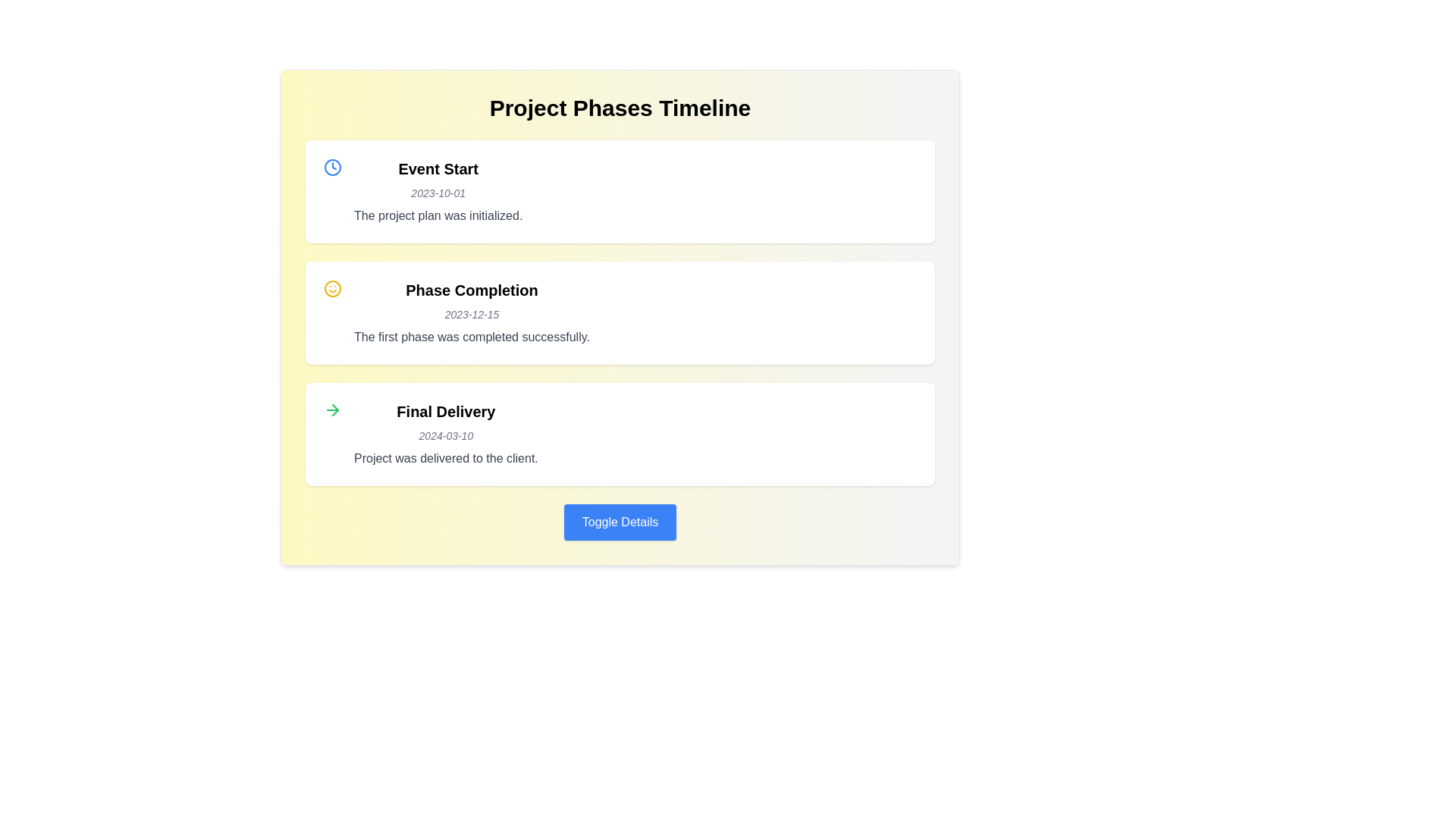  I want to click on textual content displayed as 'Project was delivered to the client.' which is a medium gray text located in the timeline interface under 'Final Delivery', so click(445, 458).